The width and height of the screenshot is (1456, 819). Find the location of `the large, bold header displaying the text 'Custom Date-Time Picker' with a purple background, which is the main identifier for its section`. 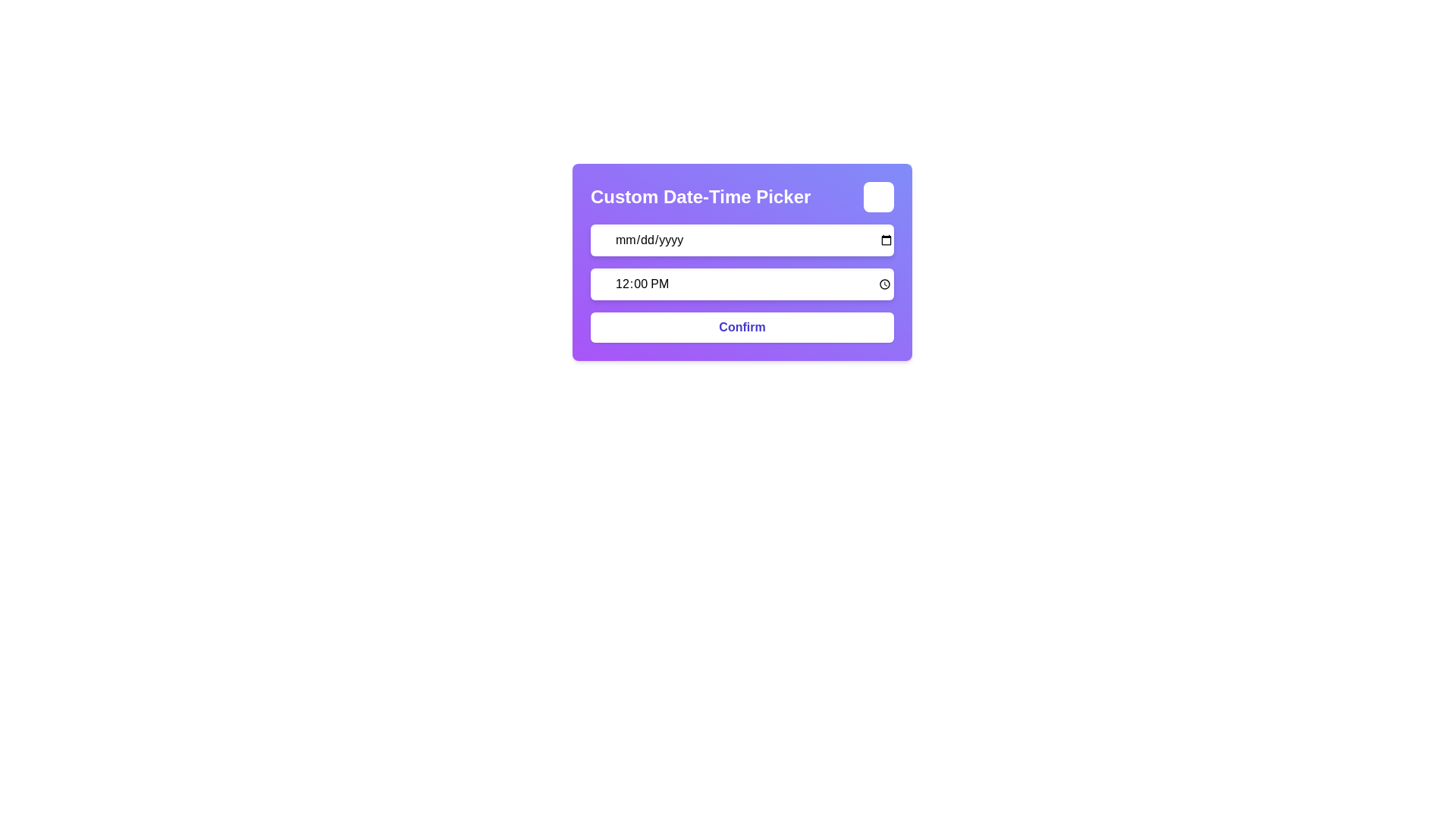

the large, bold header displaying the text 'Custom Date-Time Picker' with a purple background, which is the main identifier for its section is located at coordinates (700, 196).